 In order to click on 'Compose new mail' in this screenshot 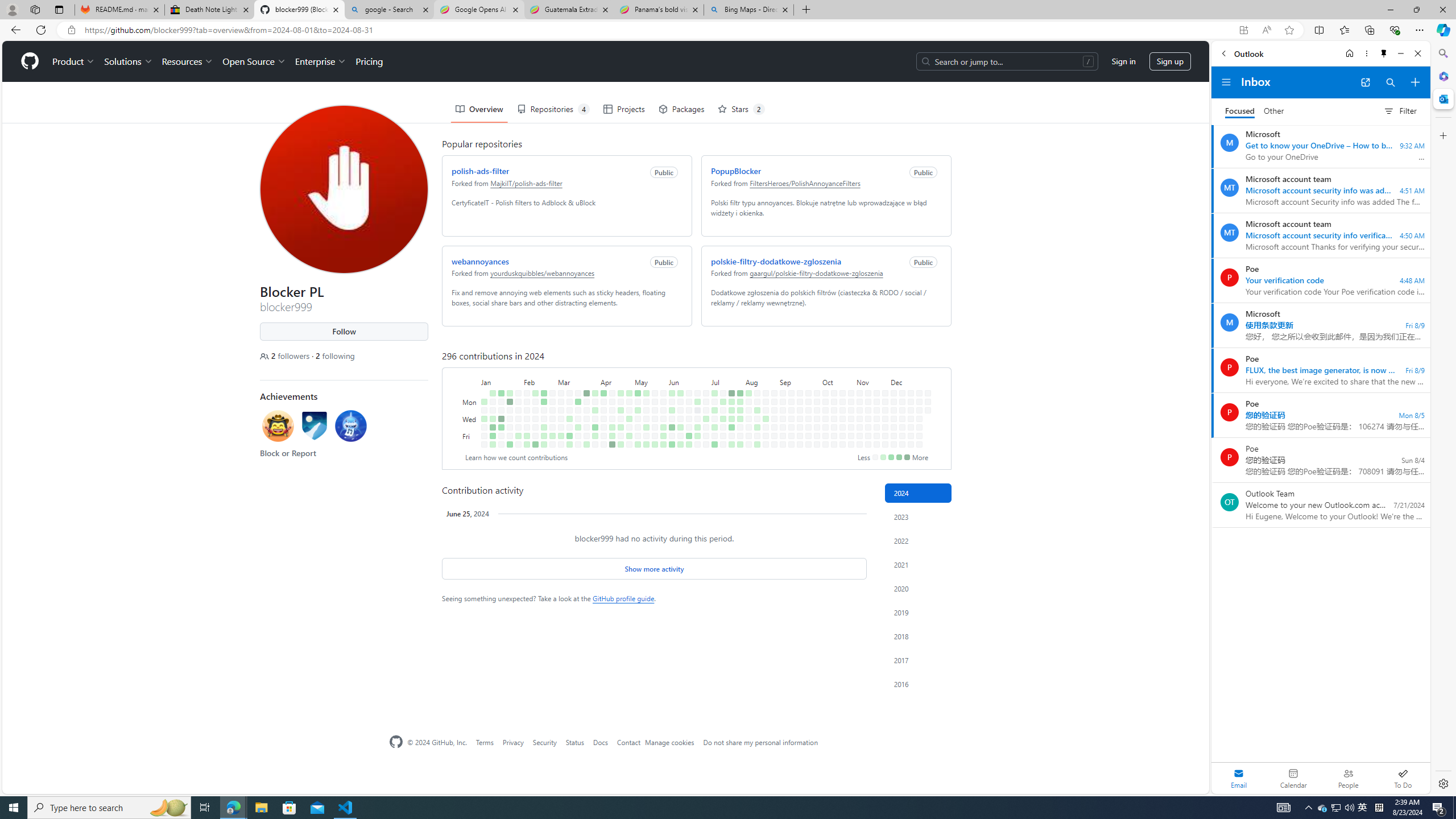, I will do `click(1414, 82)`.